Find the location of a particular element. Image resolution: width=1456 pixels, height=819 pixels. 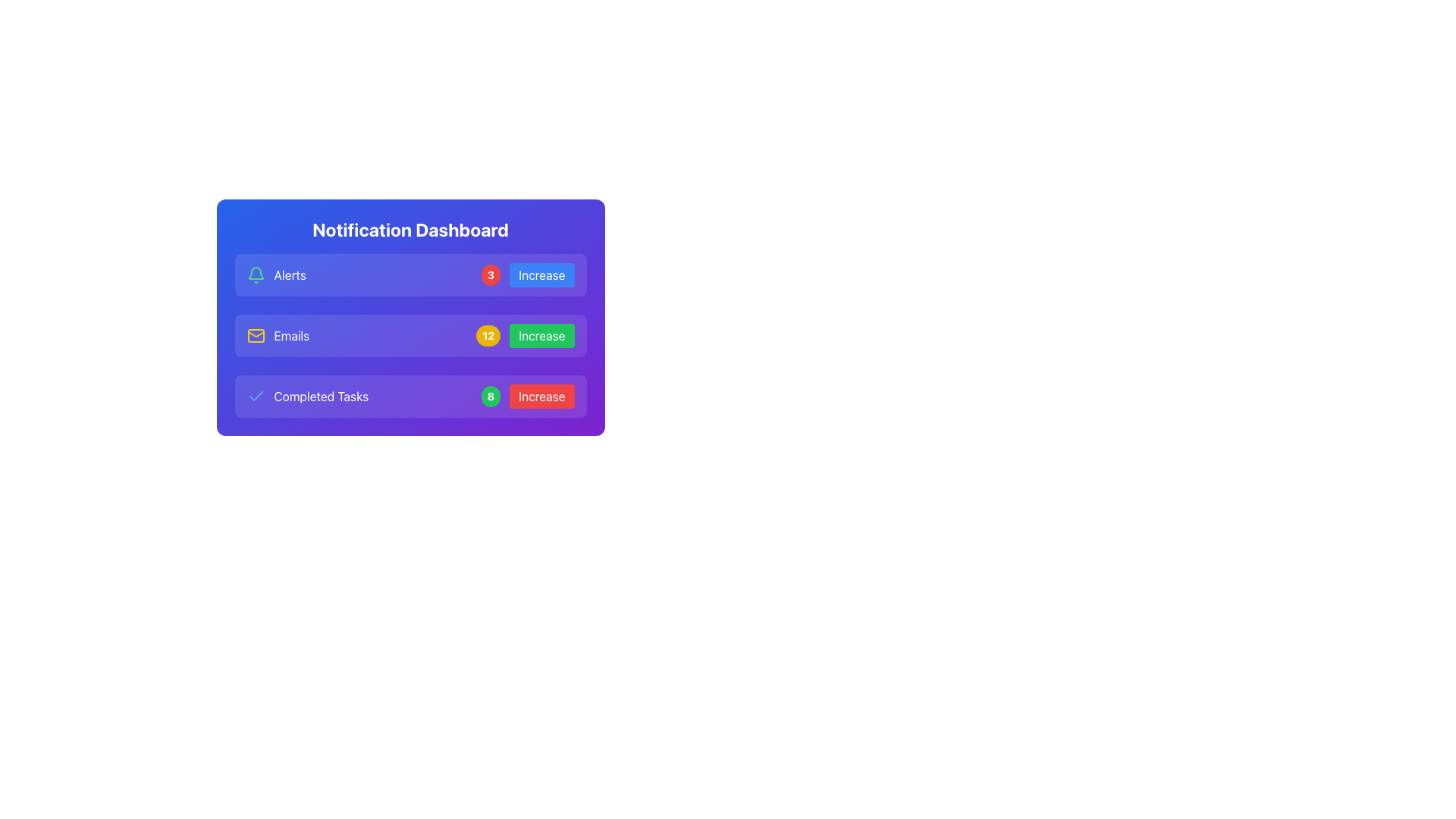

the 'Alerts' text label, which indicates the section related to alerts or notifications, positioned to the right of the green bell icon at the top left of the notification interface is located at coordinates (276, 275).